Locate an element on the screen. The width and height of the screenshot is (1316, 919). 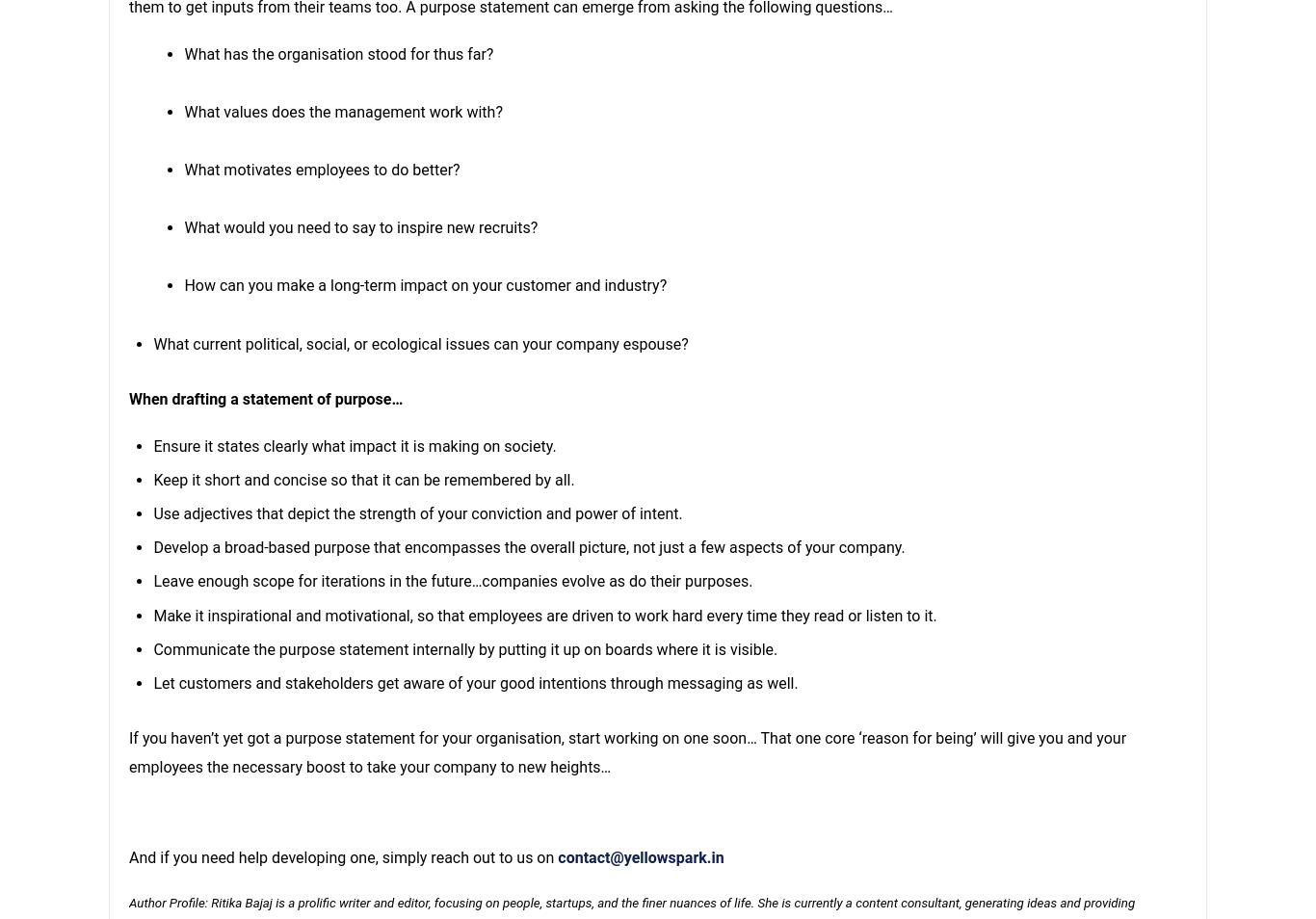
'Let customers and stakeholders get aware of your good intentions through messaging as well.' is located at coordinates (475, 682).